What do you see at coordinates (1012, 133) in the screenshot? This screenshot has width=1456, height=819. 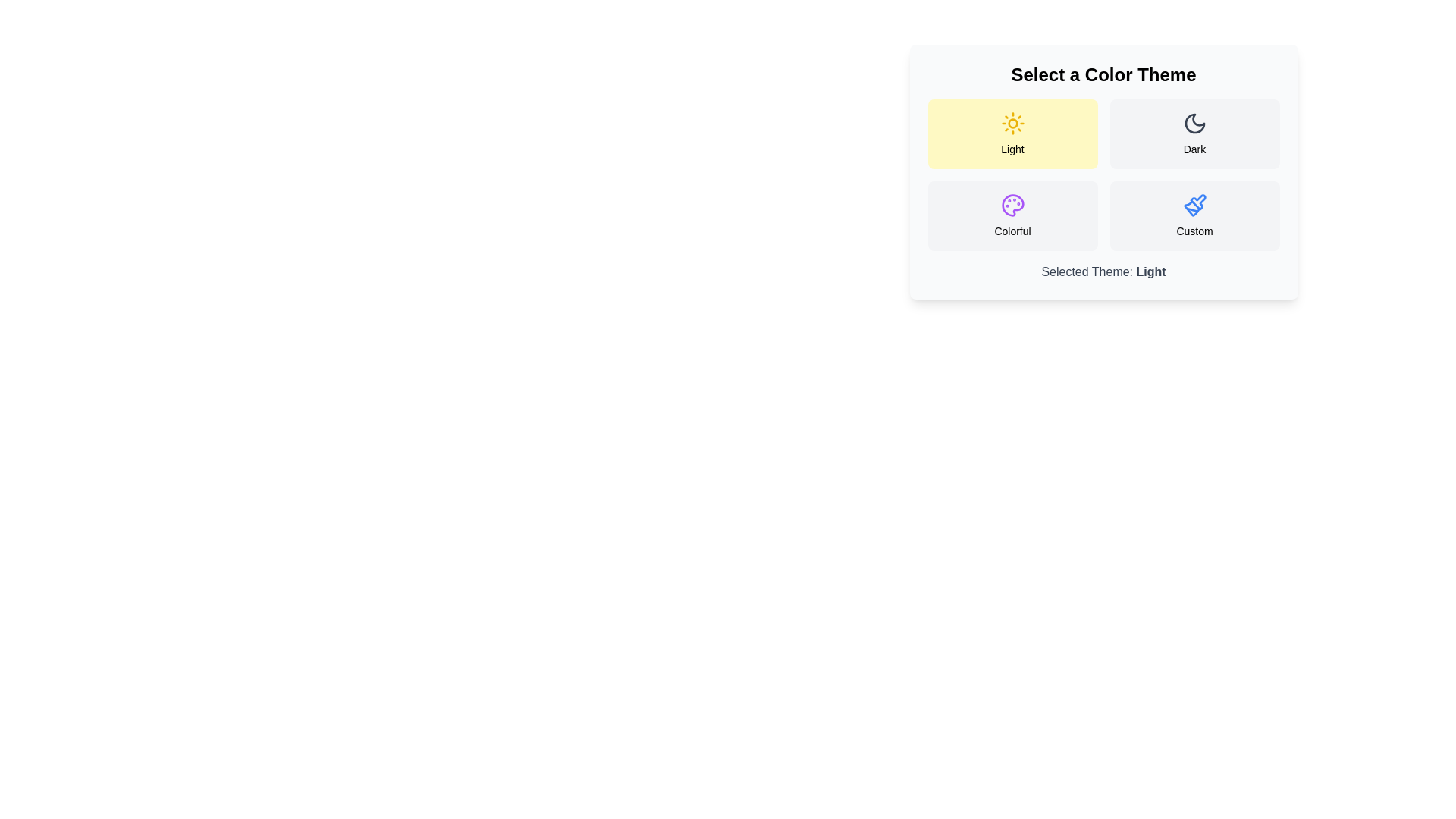 I see `the theme Light by clicking its button` at bounding box center [1012, 133].